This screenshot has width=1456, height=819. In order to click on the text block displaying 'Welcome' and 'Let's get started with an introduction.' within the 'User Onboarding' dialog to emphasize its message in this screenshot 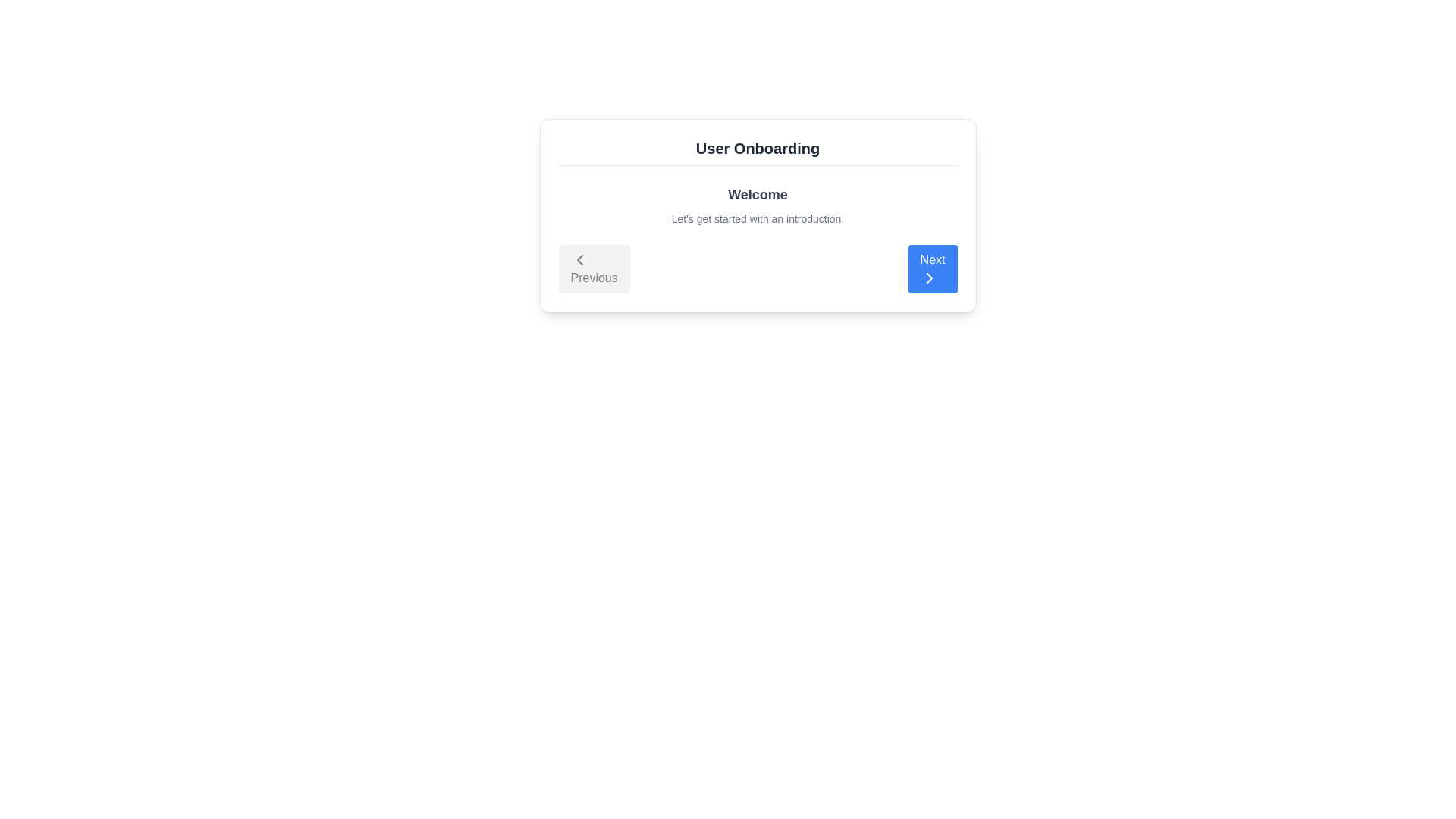, I will do `click(758, 205)`.